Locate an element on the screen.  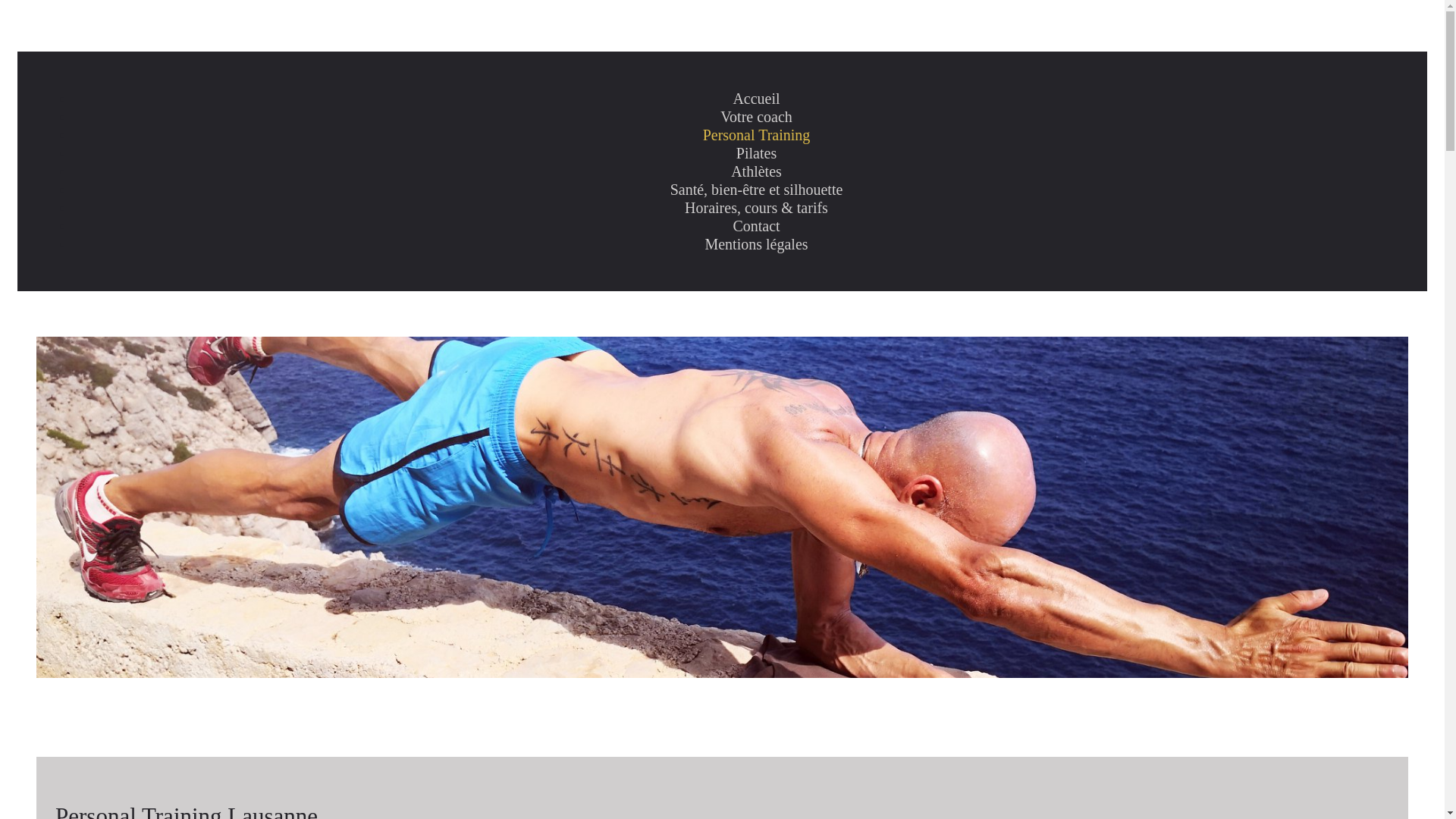
'Accueil' is located at coordinates (756, 99).